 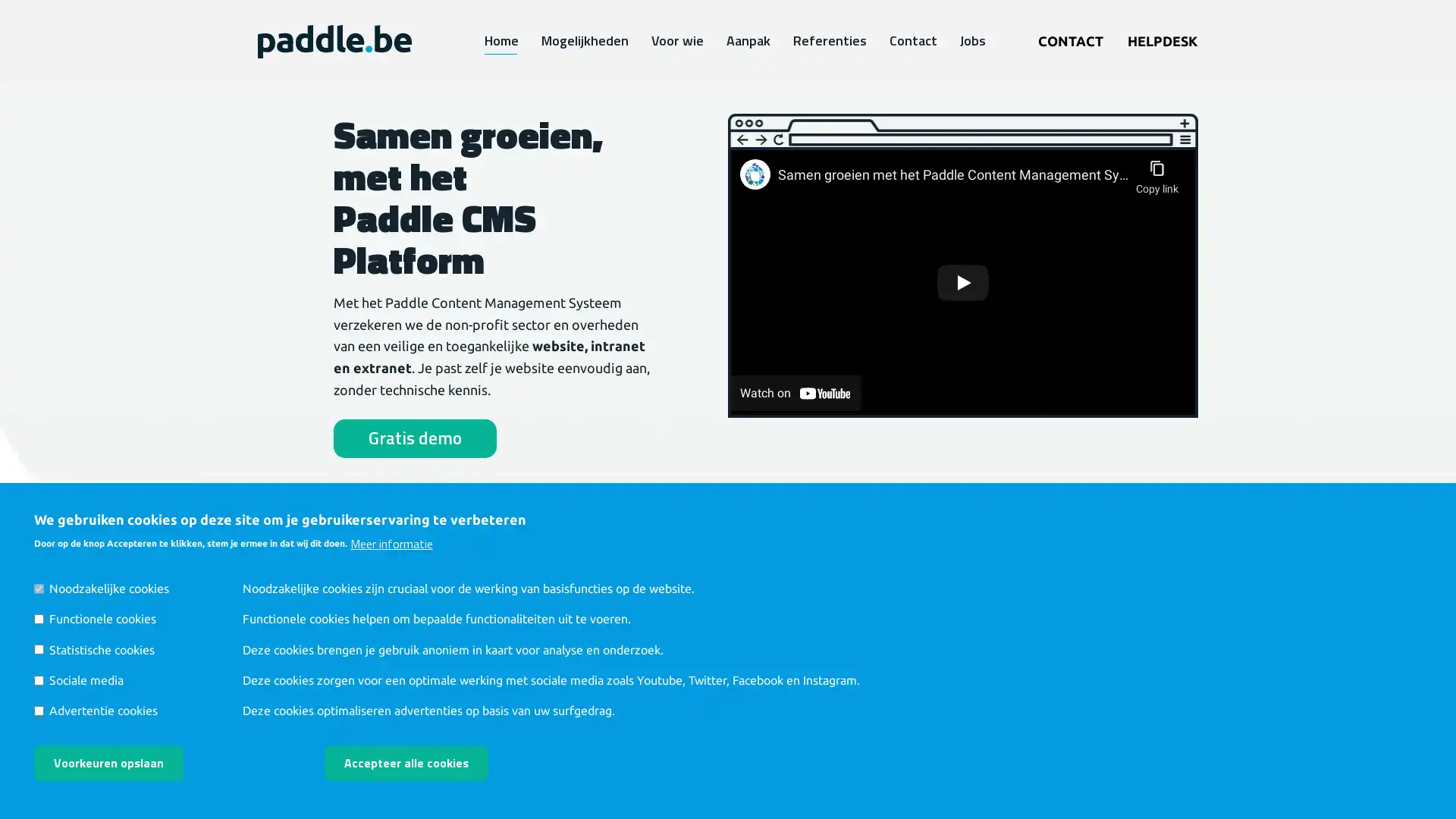 What do you see at coordinates (391, 542) in the screenshot?
I see `Meer informatie` at bounding box center [391, 542].